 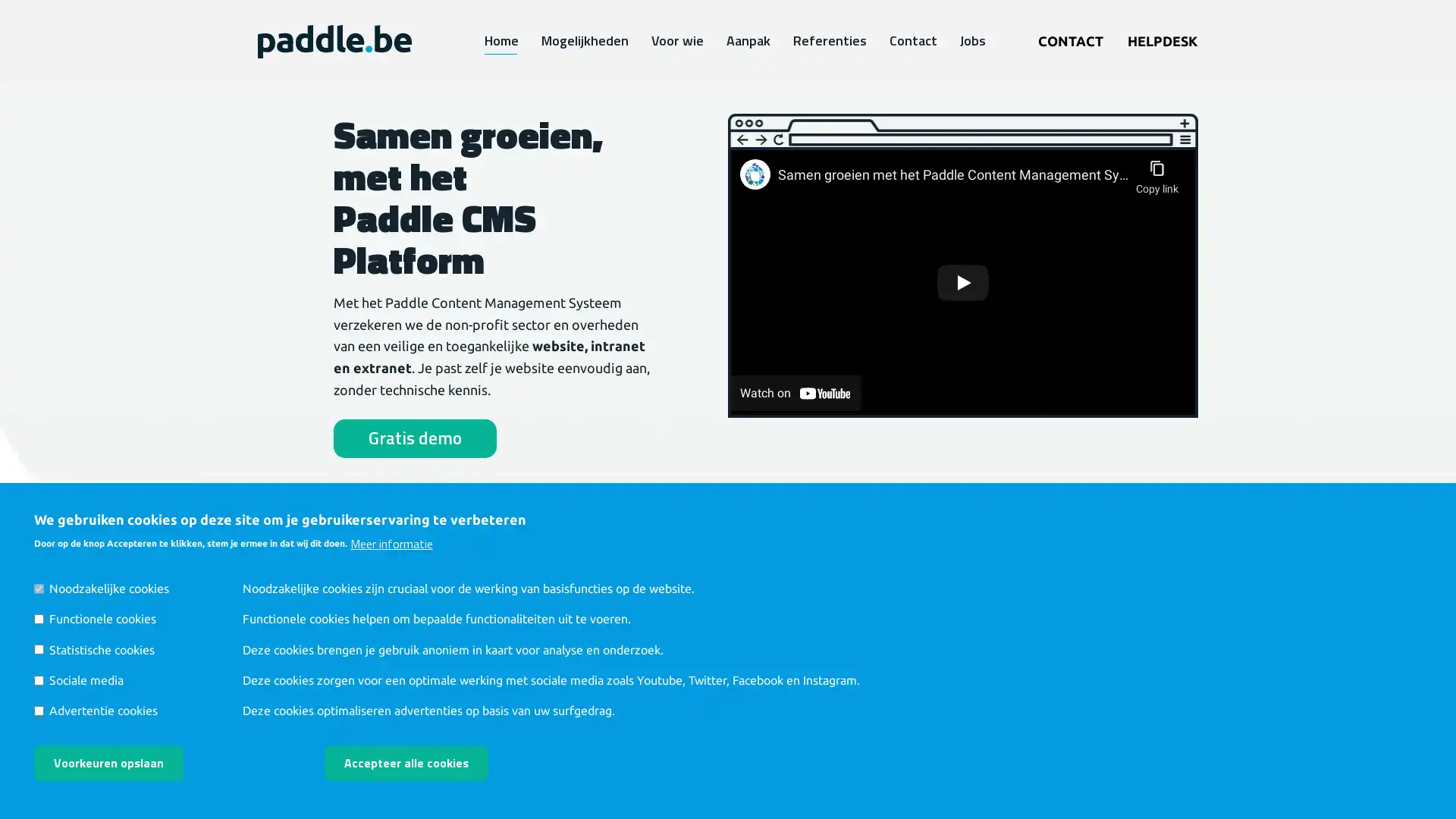 What do you see at coordinates (391, 542) in the screenshot?
I see `Meer informatie` at bounding box center [391, 542].